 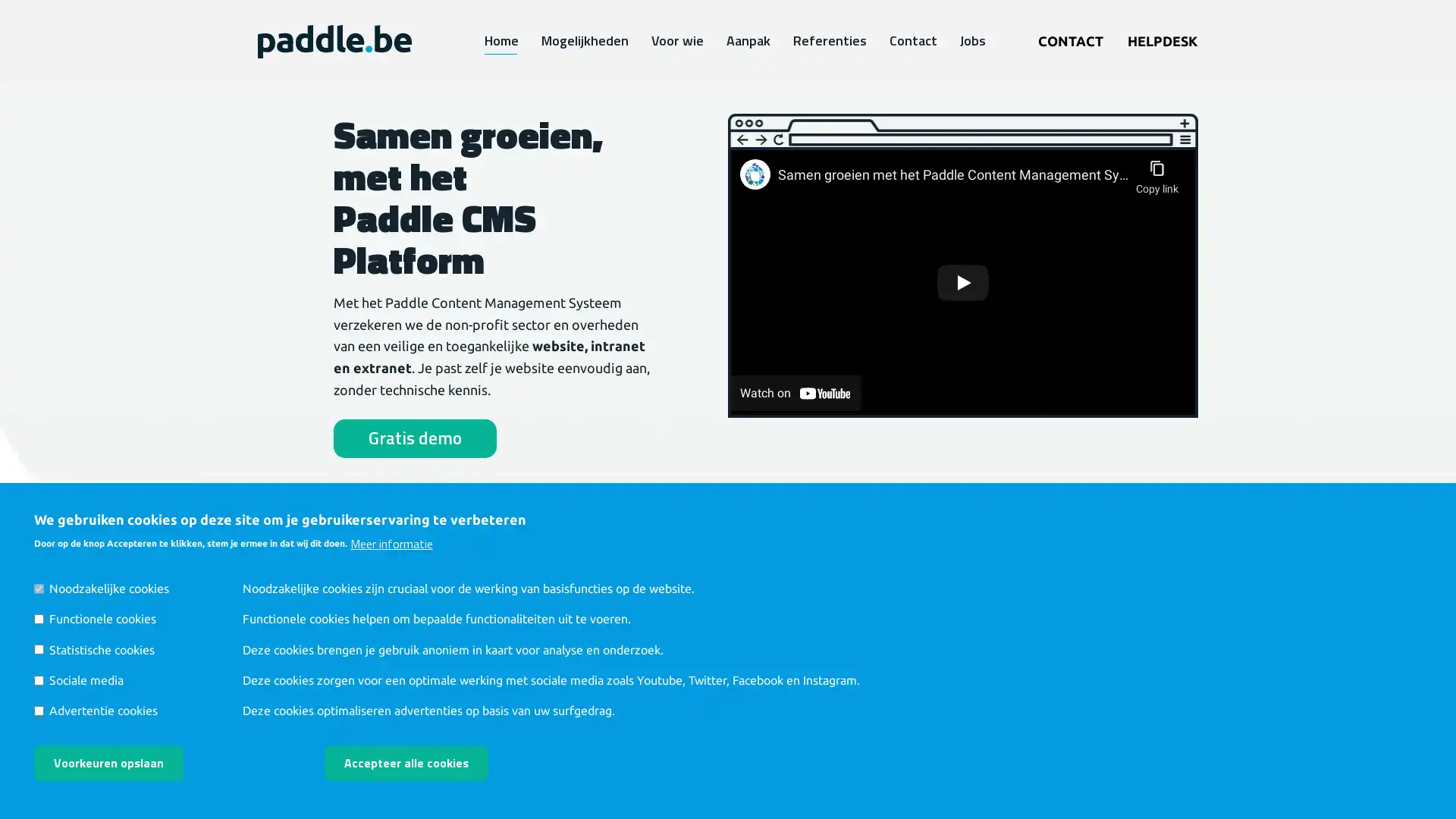 What do you see at coordinates (391, 542) in the screenshot?
I see `Meer informatie` at bounding box center [391, 542].